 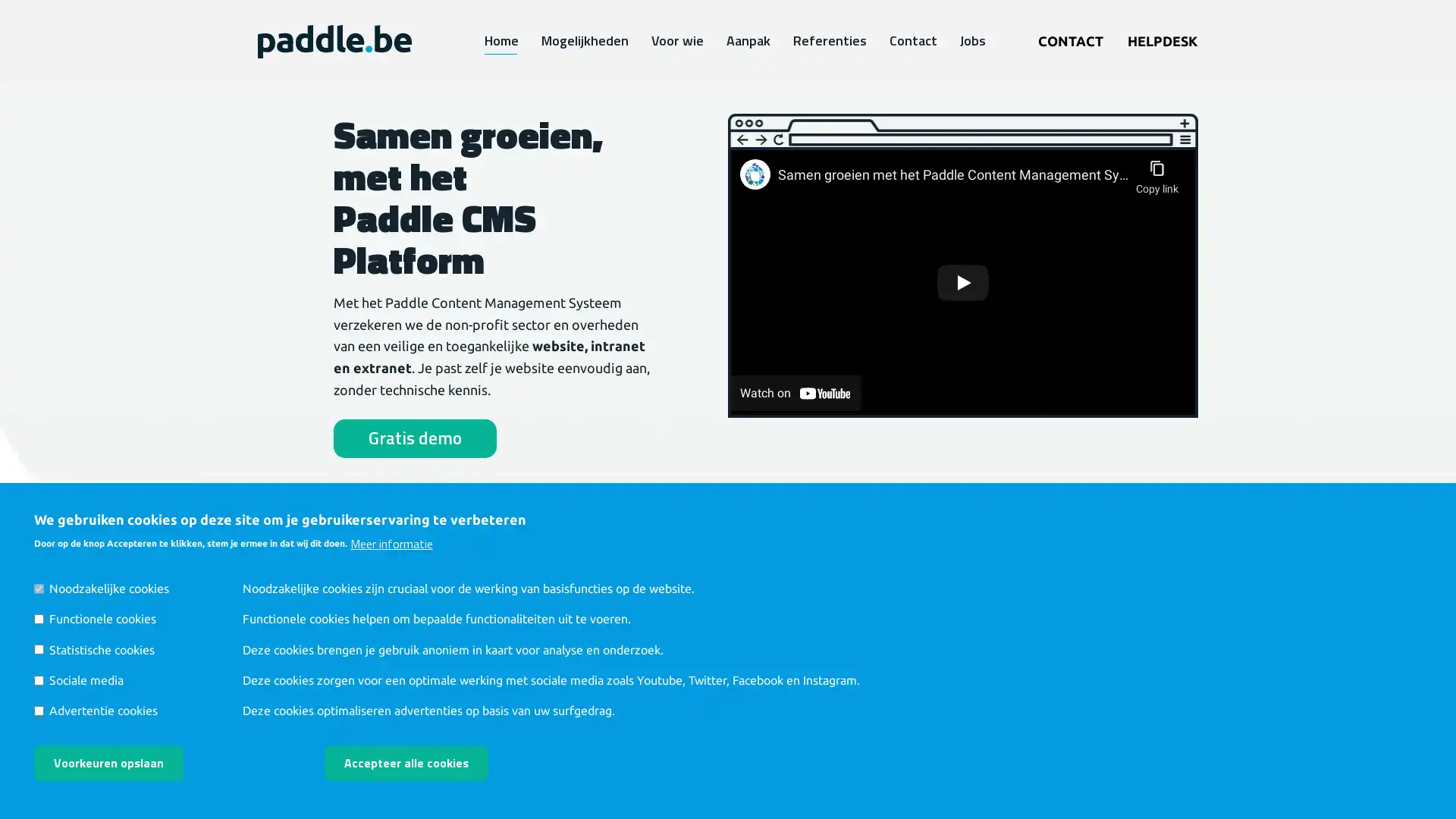 What do you see at coordinates (391, 542) in the screenshot?
I see `Meer informatie` at bounding box center [391, 542].